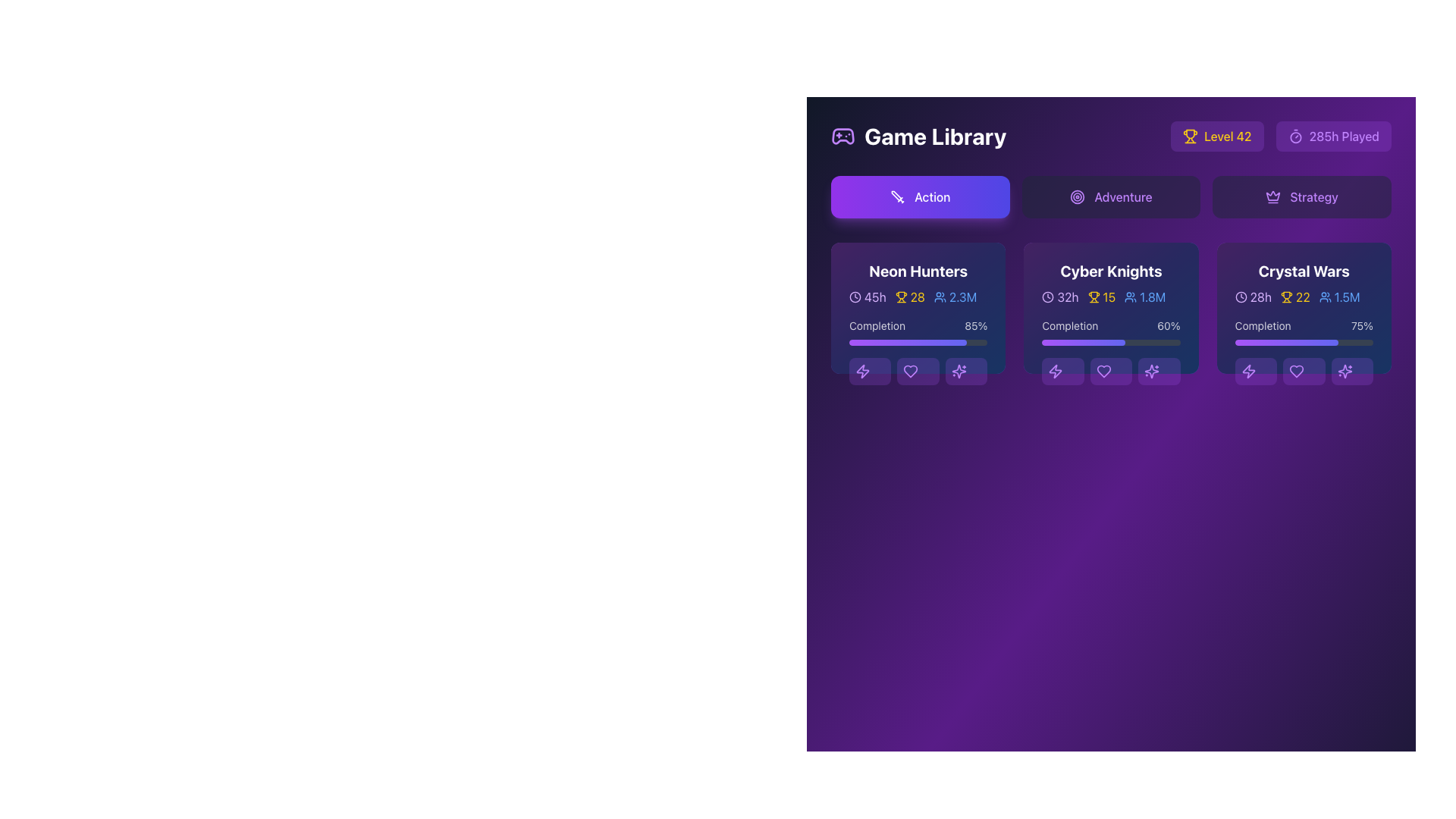 This screenshot has height=819, width=1456. I want to click on the 'Game Library' text element, which is bold, white, and prominently placed against a purple background, located to the right of a gamepad icon in the header, so click(934, 136).